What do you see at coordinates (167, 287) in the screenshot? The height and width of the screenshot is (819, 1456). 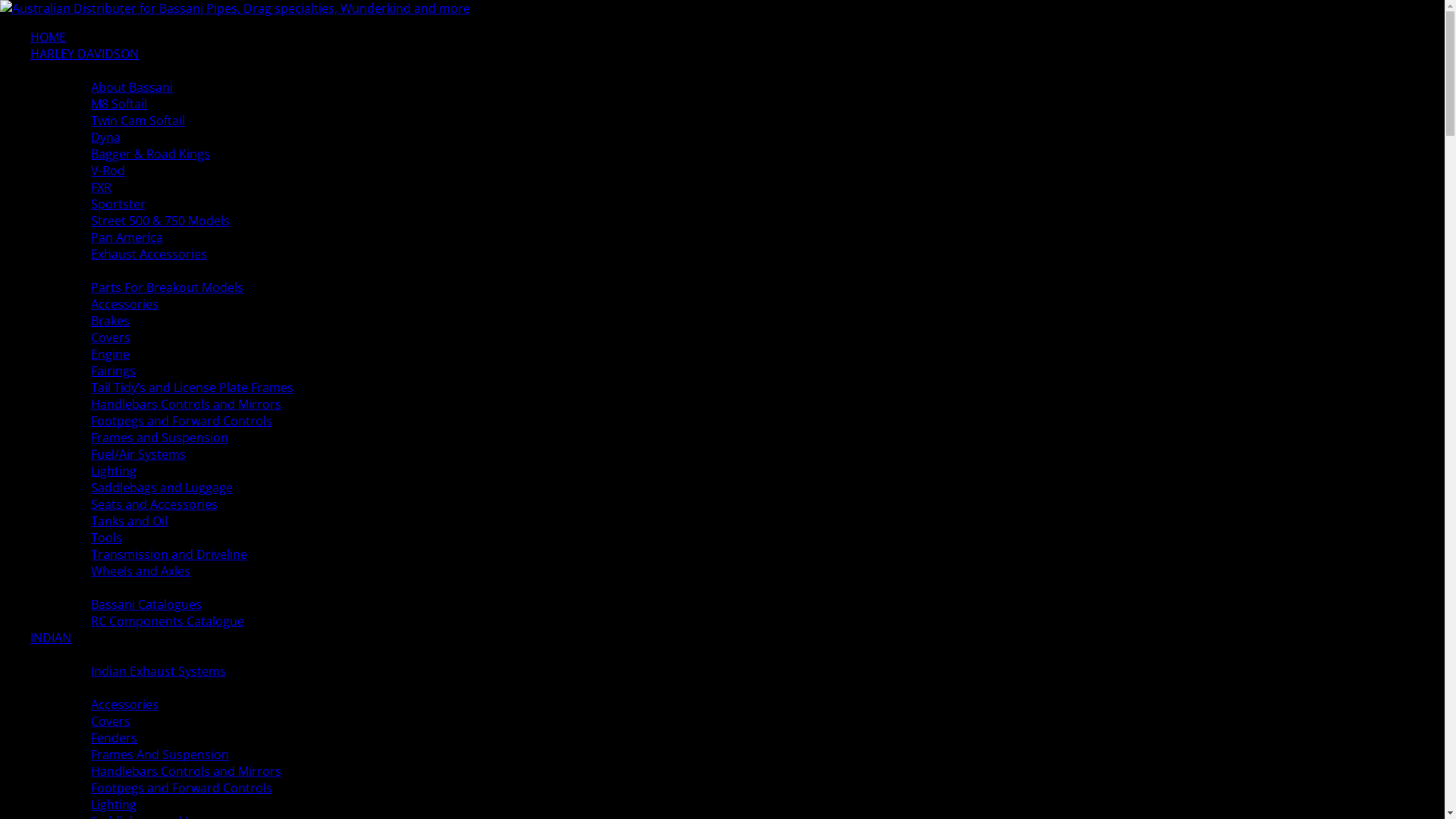 I see `'Parts For Breakout Models'` at bounding box center [167, 287].